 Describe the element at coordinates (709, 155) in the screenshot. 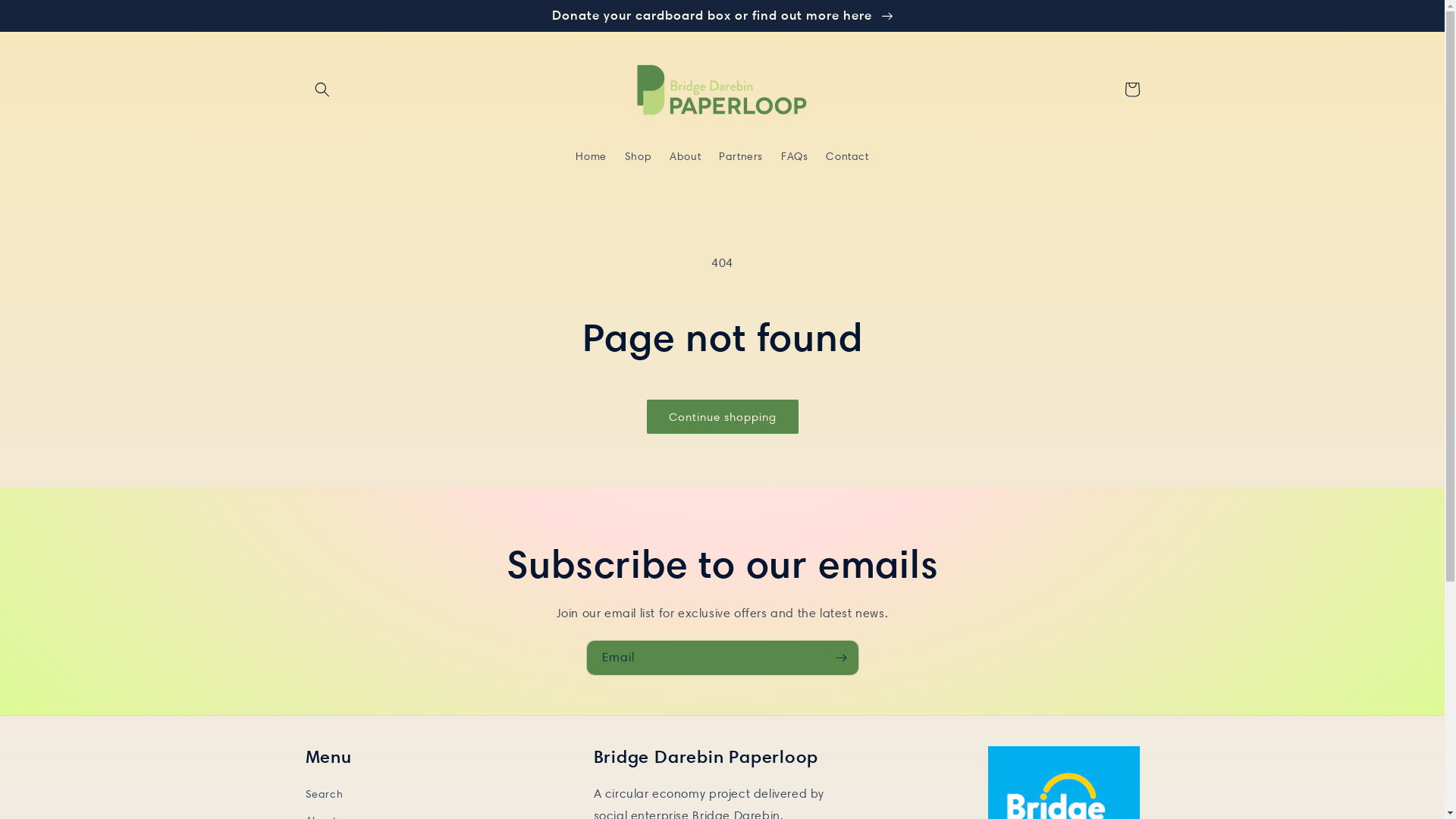

I see `'Partners'` at that location.